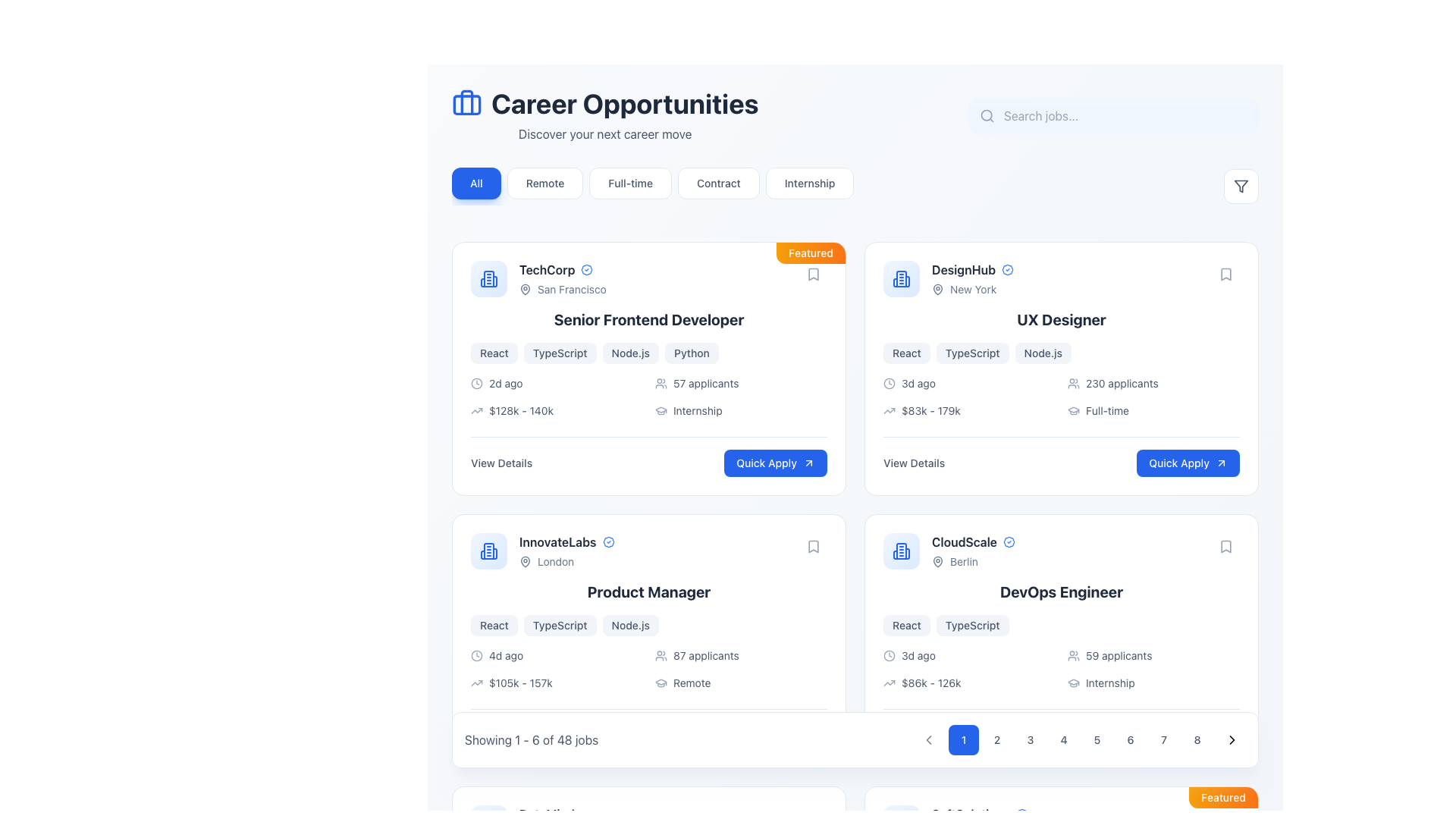 Image resolution: width=1456 pixels, height=819 pixels. I want to click on information displayed in the textual label '230 applicants' with an accompanying icon of a group of people within the 'DesignHub' job card for the 'UX Designer' position, so click(1153, 382).